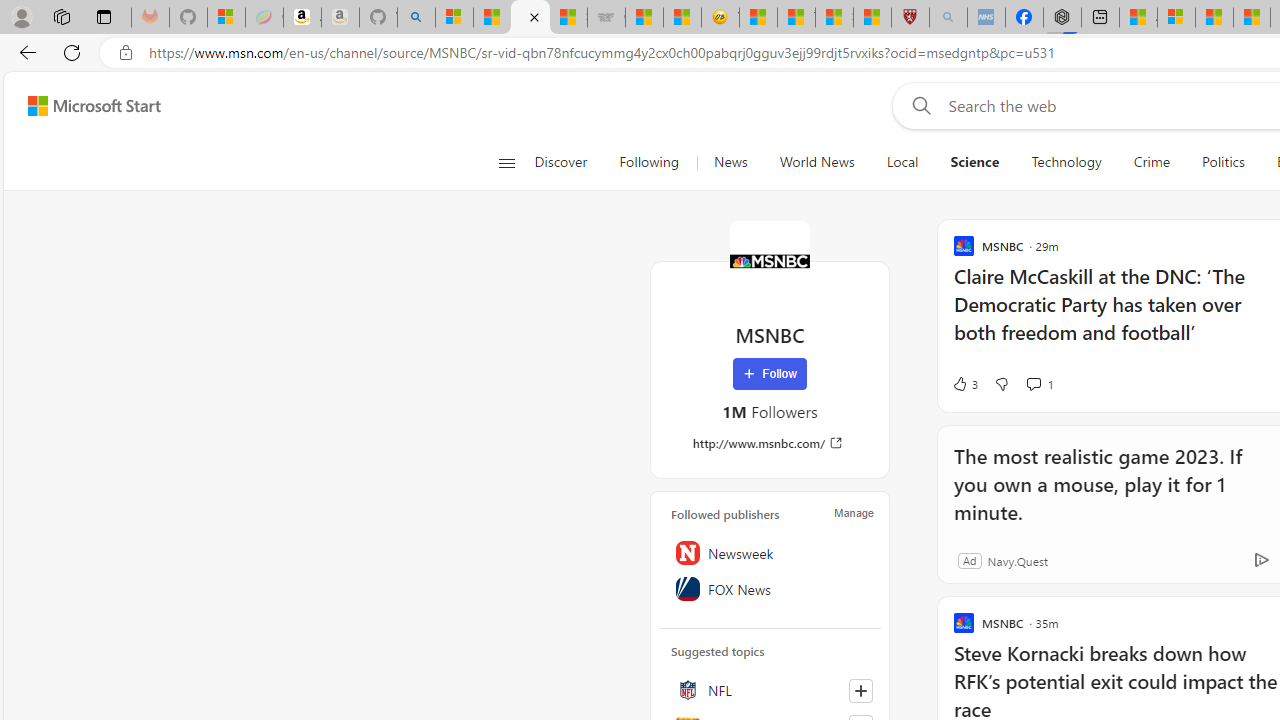 This screenshot has width=1280, height=720. What do you see at coordinates (964, 384) in the screenshot?
I see `'3 Like'` at bounding box center [964, 384].